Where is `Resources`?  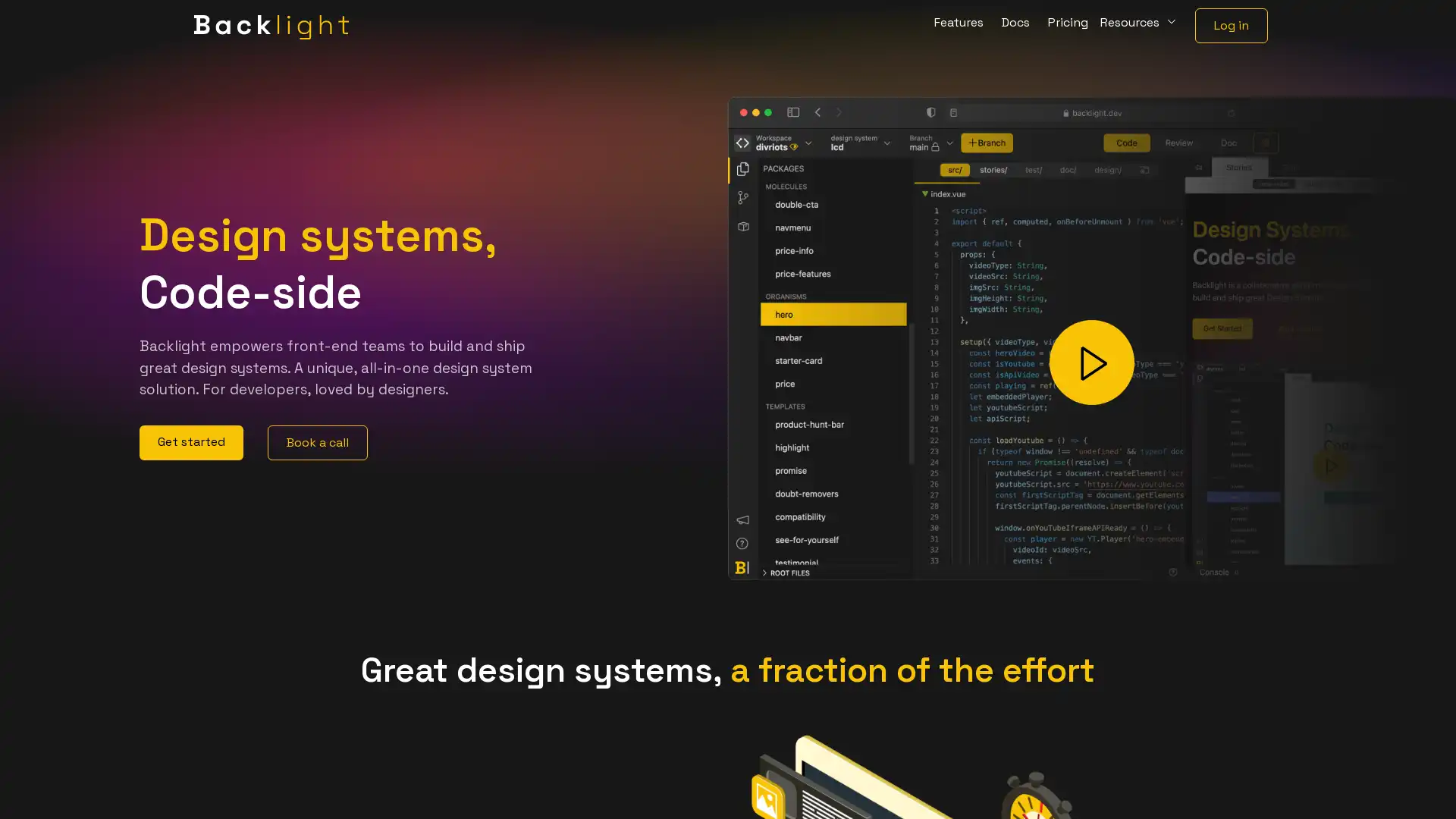 Resources is located at coordinates (1139, 26).